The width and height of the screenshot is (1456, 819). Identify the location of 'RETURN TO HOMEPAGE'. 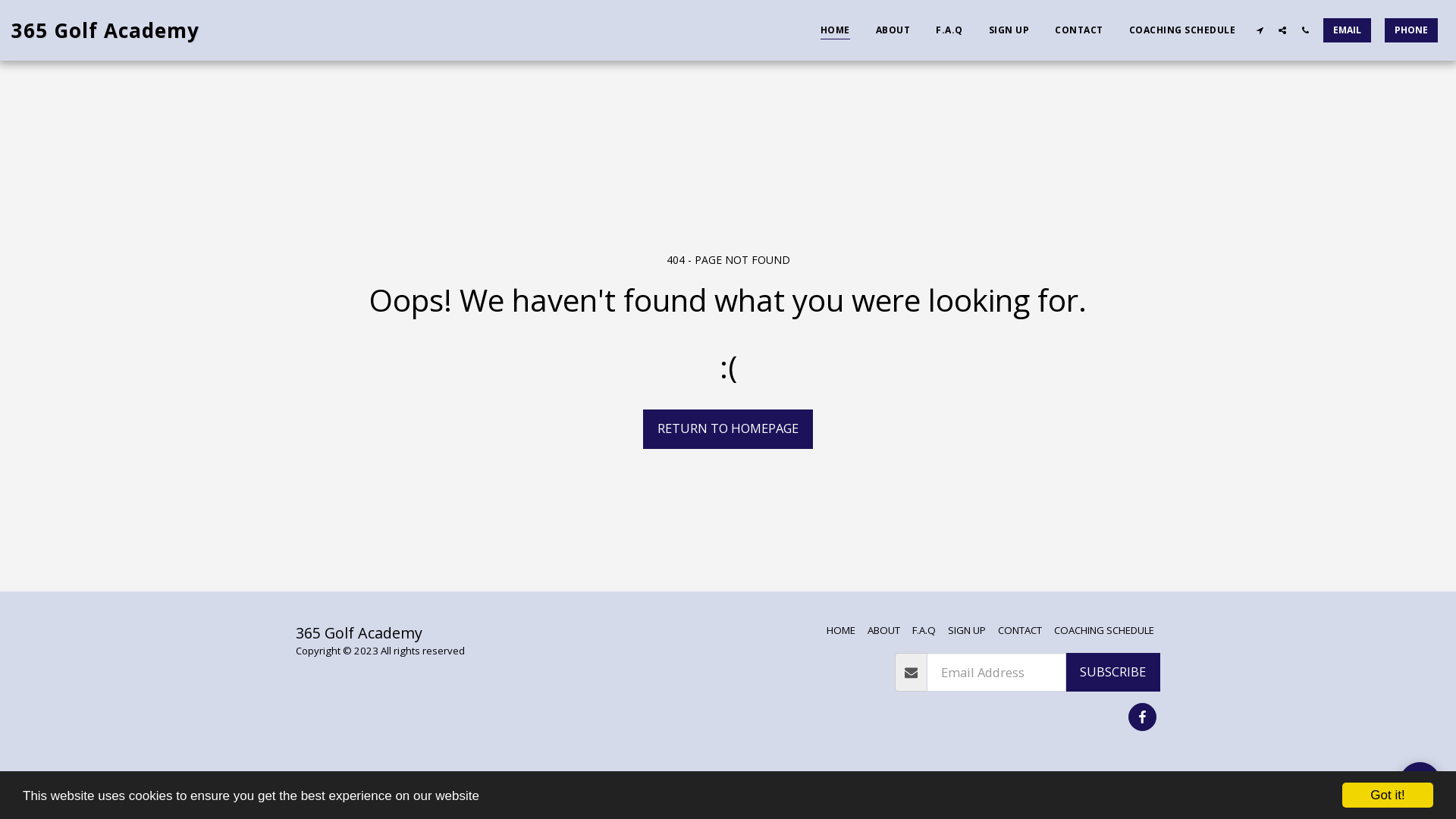
(728, 429).